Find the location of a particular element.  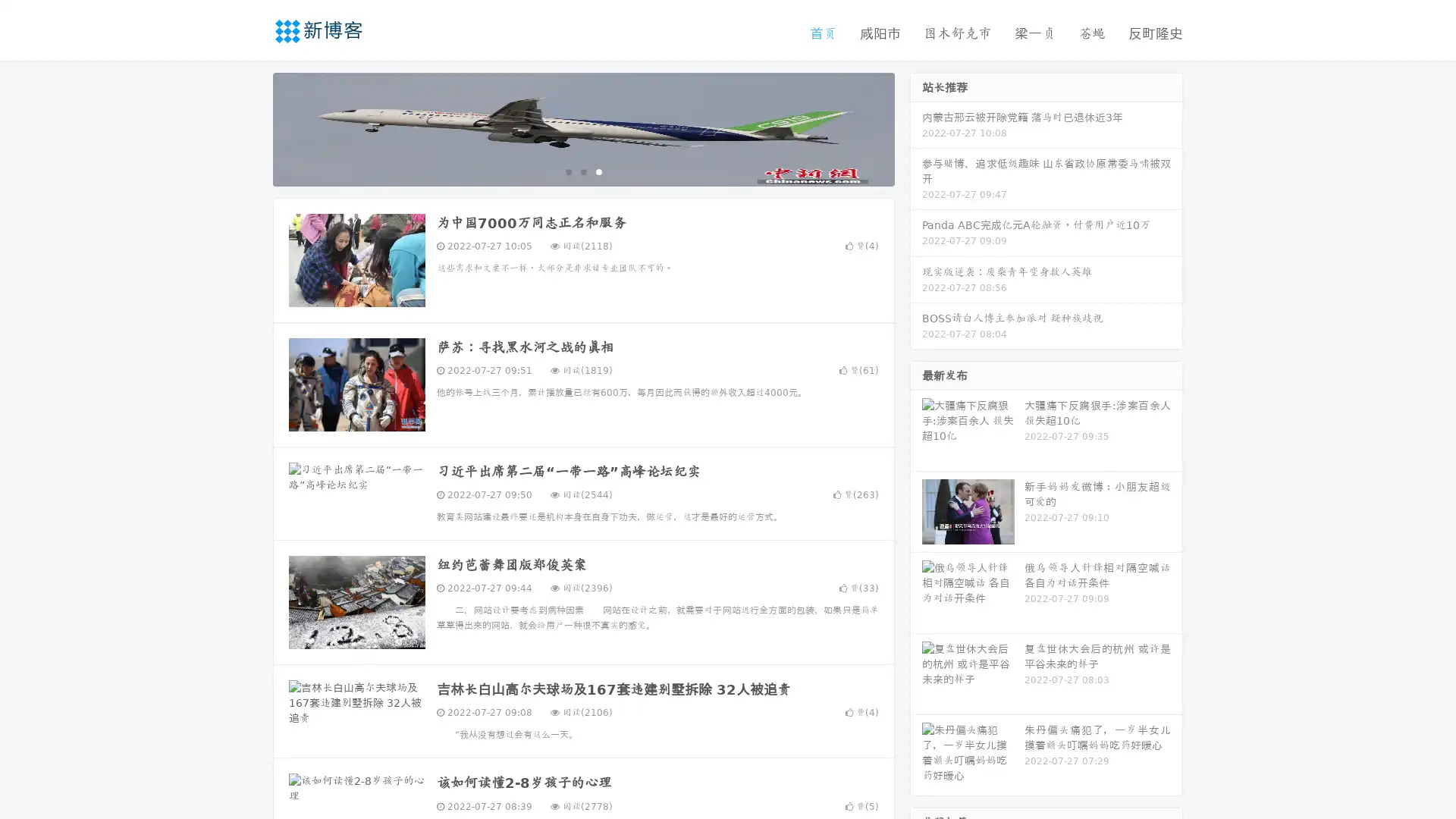

Go to slide 3 is located at coordinates (598, 171).